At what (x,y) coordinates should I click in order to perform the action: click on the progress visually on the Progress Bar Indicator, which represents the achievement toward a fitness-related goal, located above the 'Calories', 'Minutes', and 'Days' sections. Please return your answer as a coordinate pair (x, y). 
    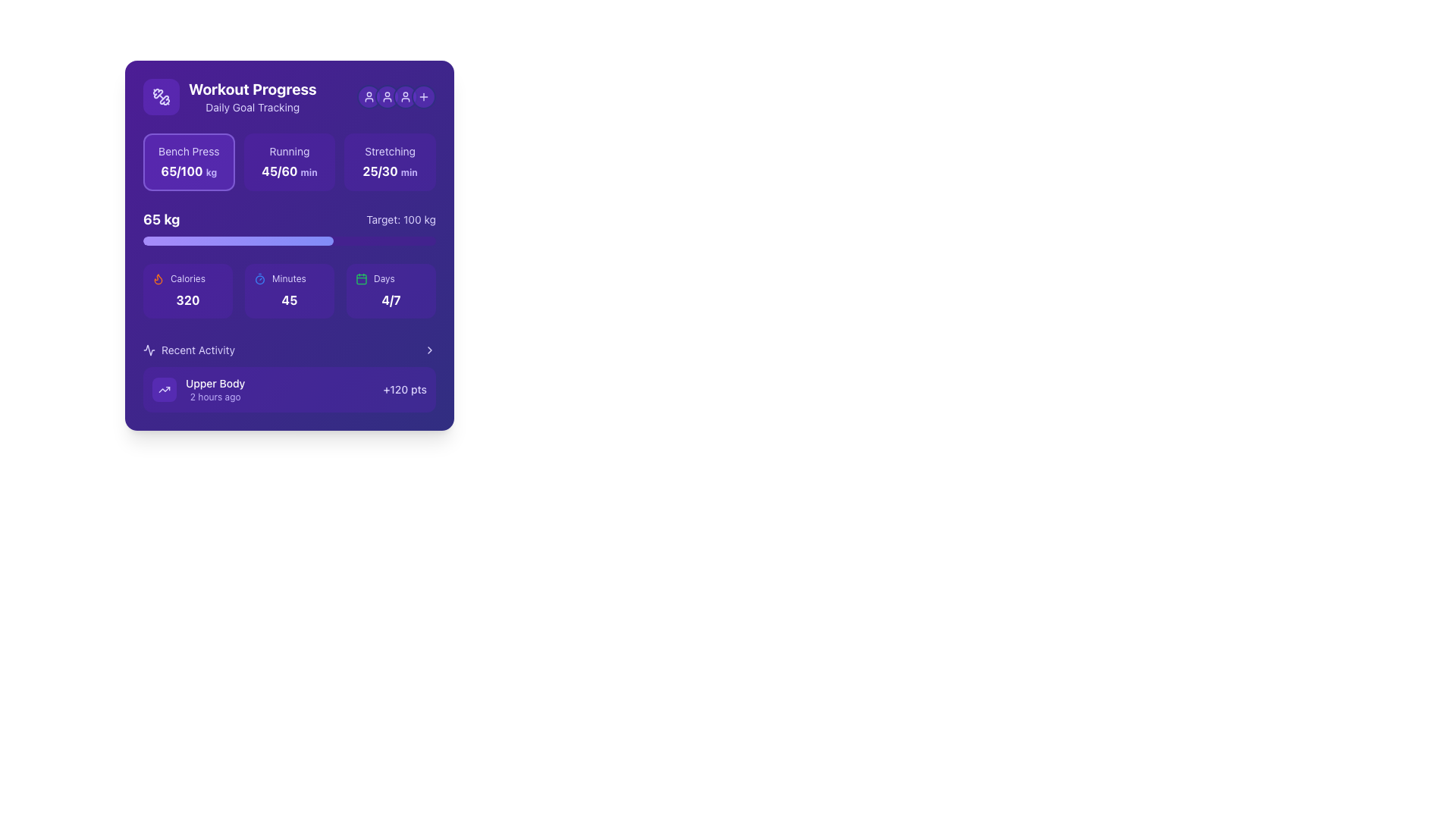
    Looking at the image, I should click on (237, 240).